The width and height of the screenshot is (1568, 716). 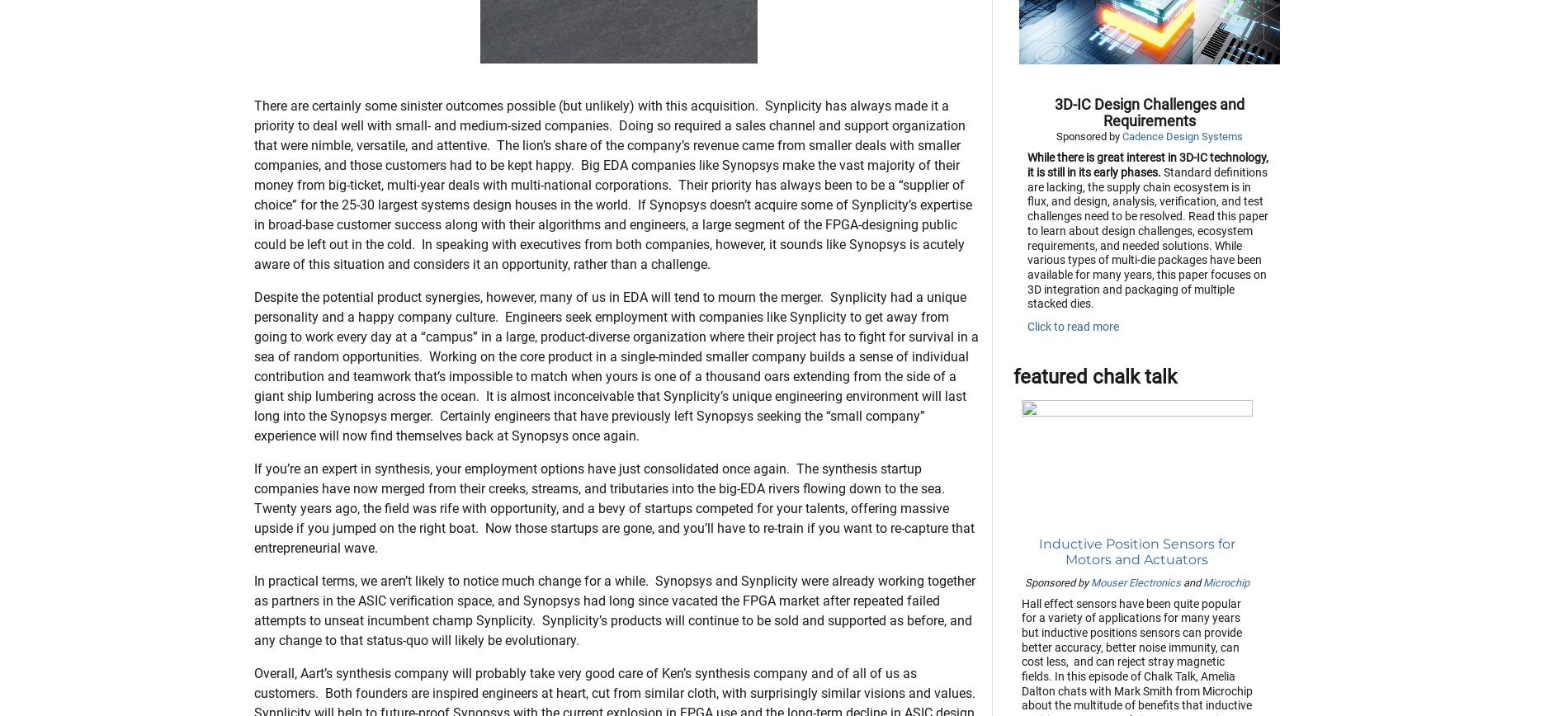 I want to click on 'Click to read more', so click(x=1071, y=408).